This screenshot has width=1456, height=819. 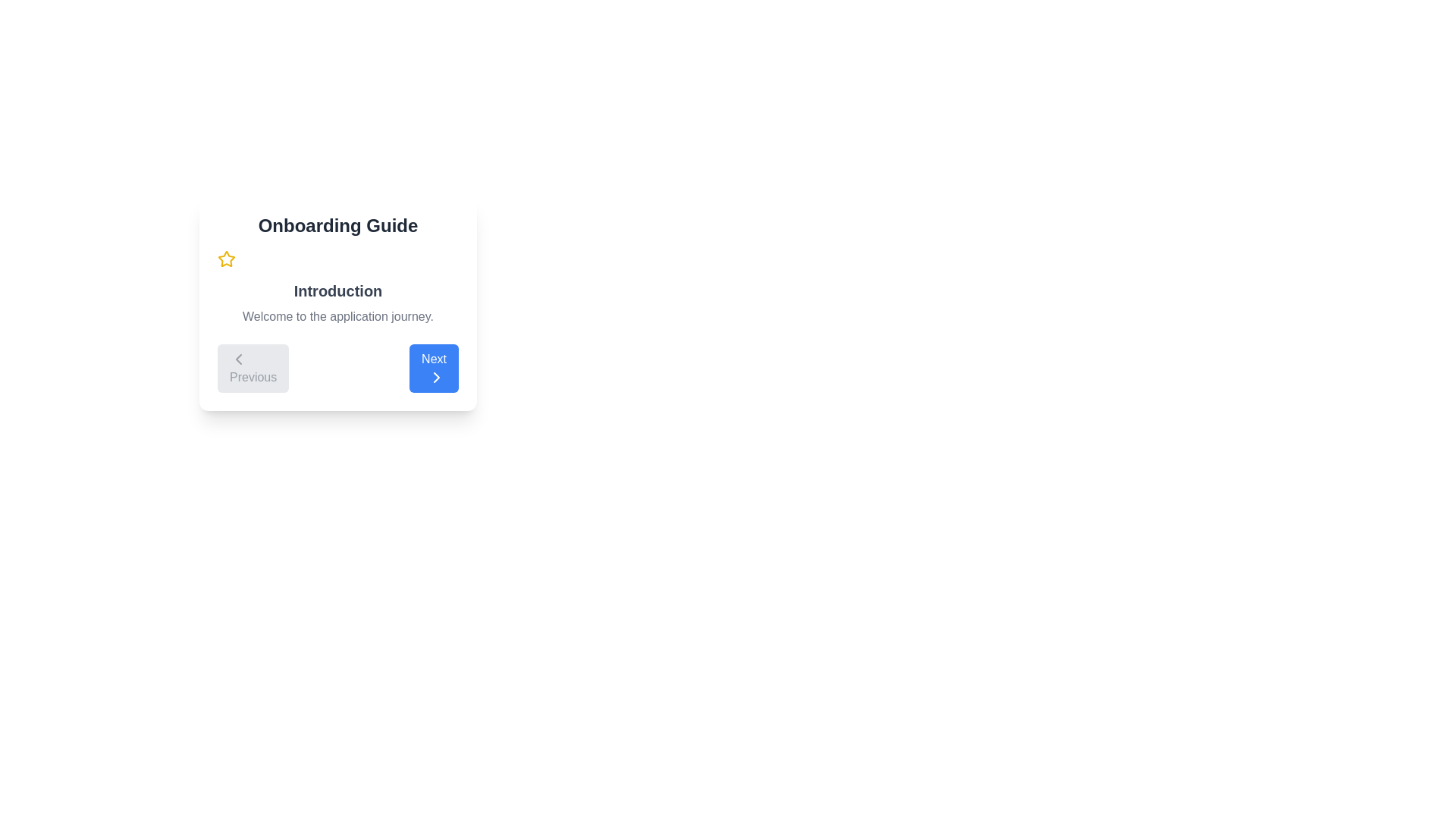 I want to click on the interactive button located to the right of the 'Previous' button in the navigation section at the bottom of the card-like UI element, so click(x=433, y=369).